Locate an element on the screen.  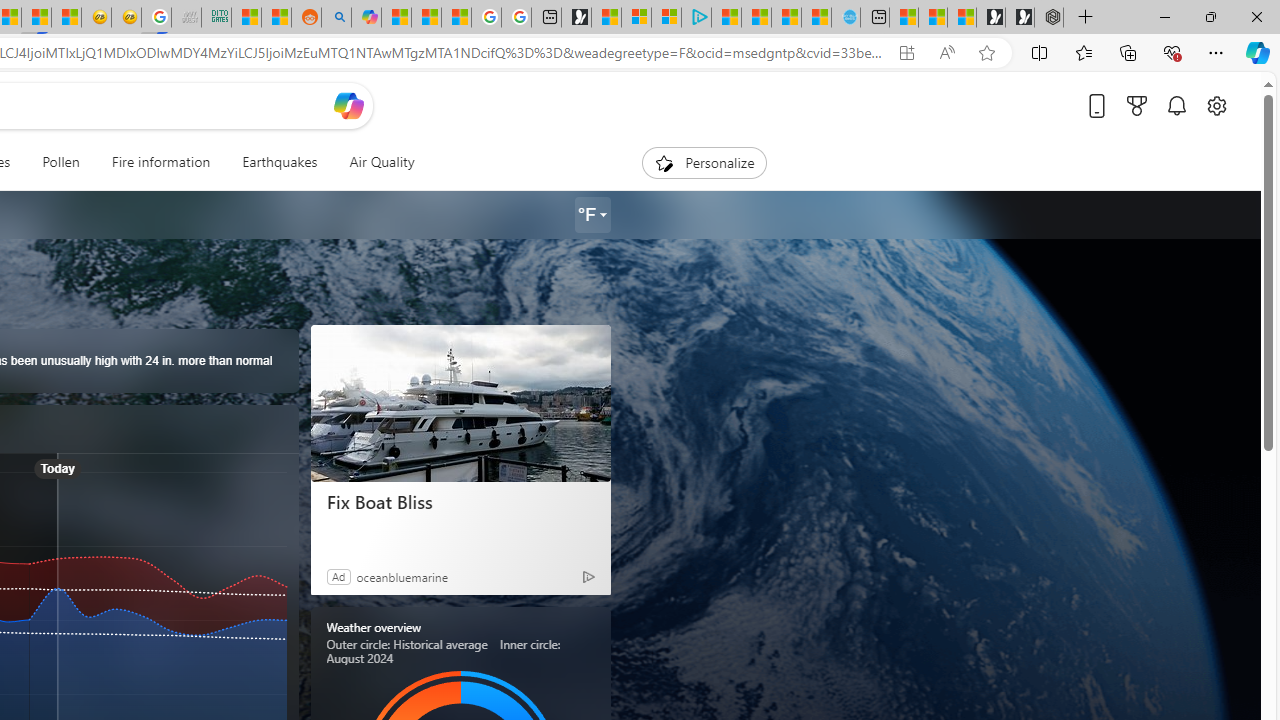
'Fire information' is located at coordinates (161, 162).